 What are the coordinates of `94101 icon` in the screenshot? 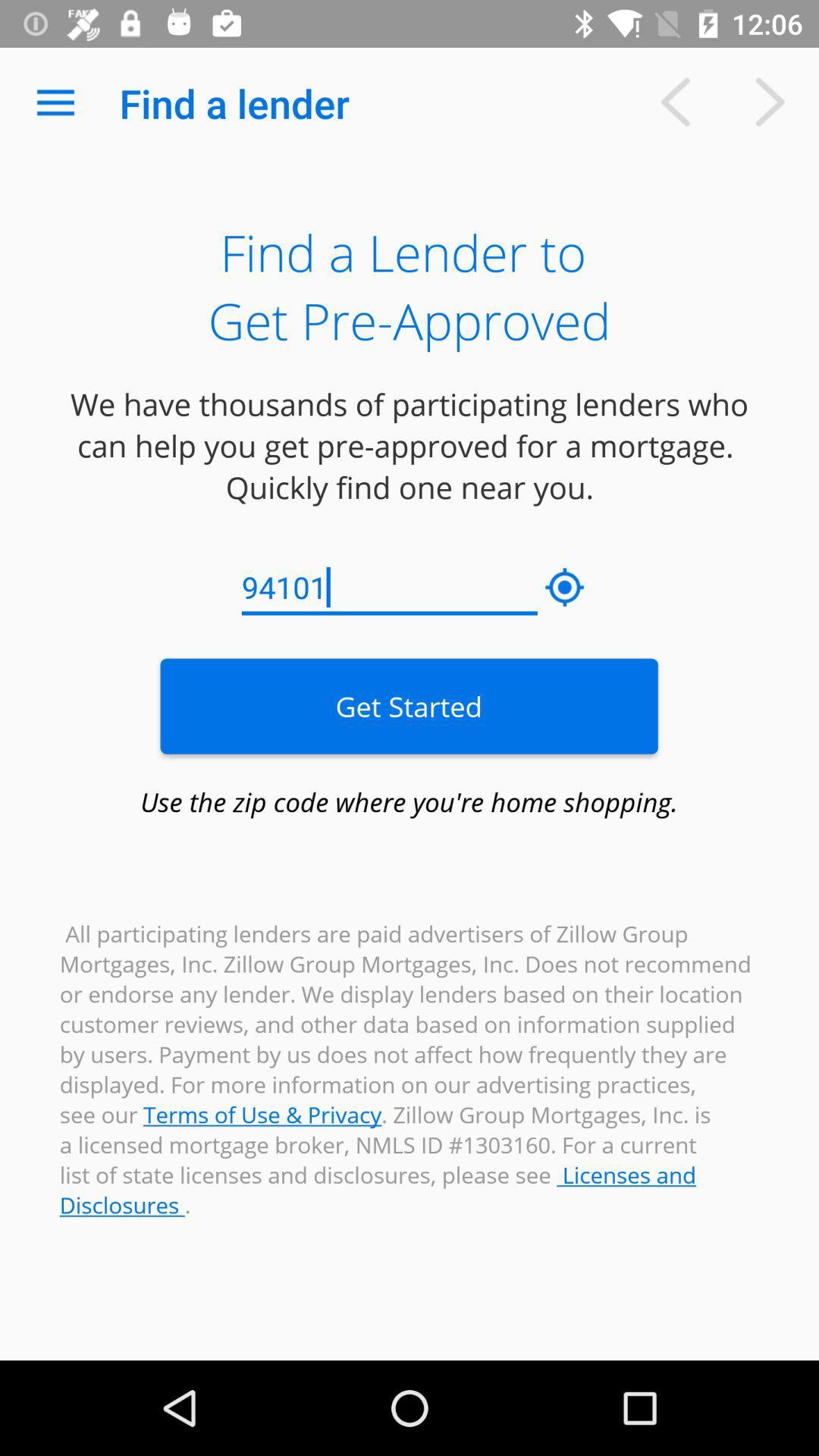 It's located at (388, 587).